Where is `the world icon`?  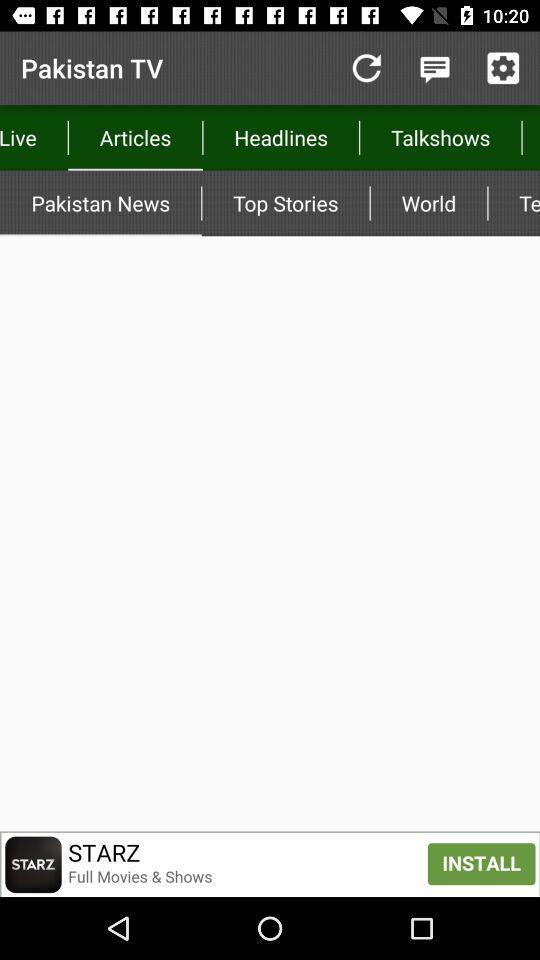
the world icon is located at coordinates (427, 203).